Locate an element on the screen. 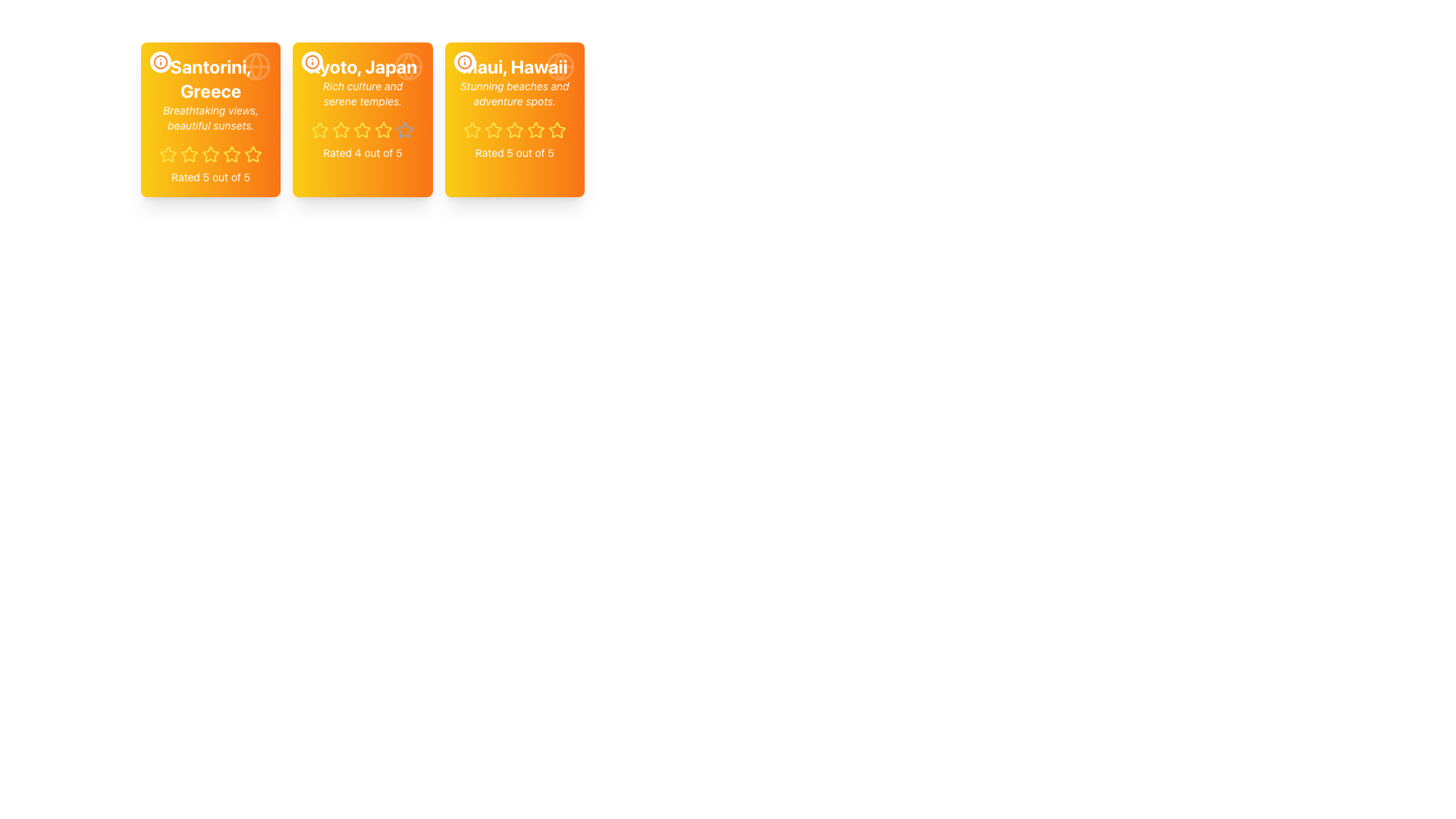 The width and height of the screenshot is (1456, 819). on the title text 'Kyoto, Japan' located at the top-center of the second card is located at coordinates (362, 66).